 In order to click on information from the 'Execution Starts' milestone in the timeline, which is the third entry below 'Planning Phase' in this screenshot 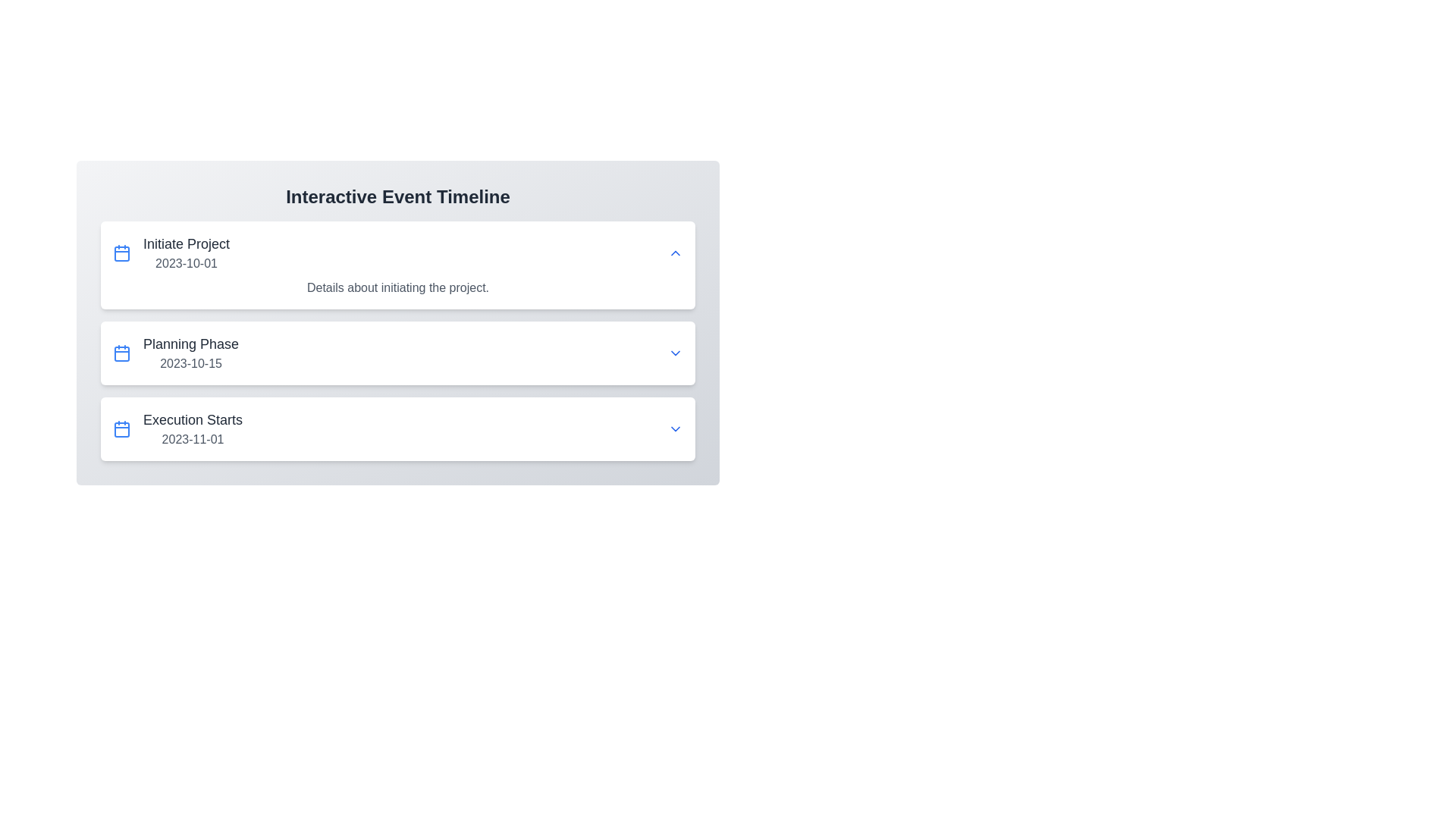, I will do `click(192, 429)`.